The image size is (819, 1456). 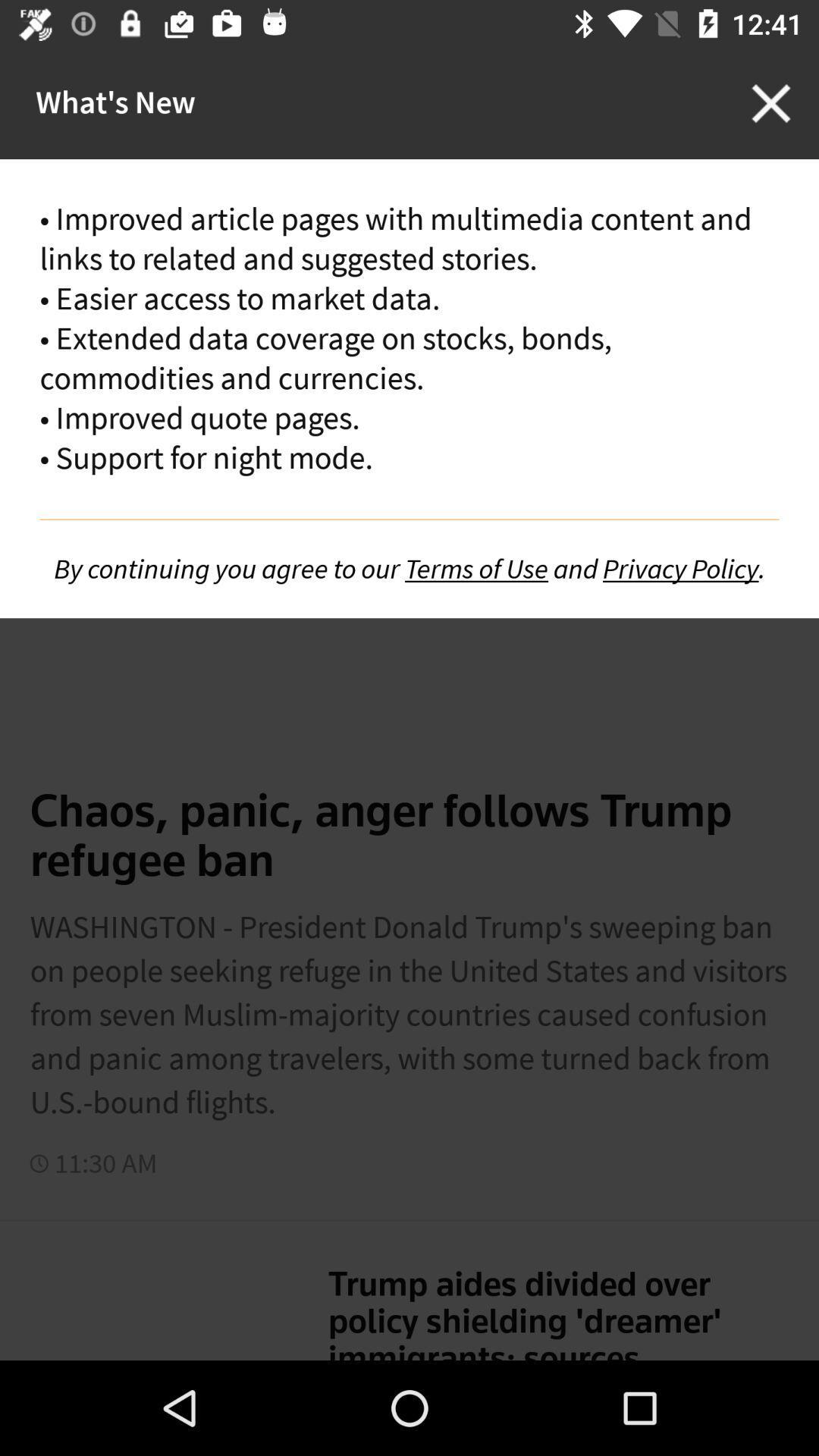 I want to click on the close icon on the top right corner of the screen, so click(x=771, y=103).